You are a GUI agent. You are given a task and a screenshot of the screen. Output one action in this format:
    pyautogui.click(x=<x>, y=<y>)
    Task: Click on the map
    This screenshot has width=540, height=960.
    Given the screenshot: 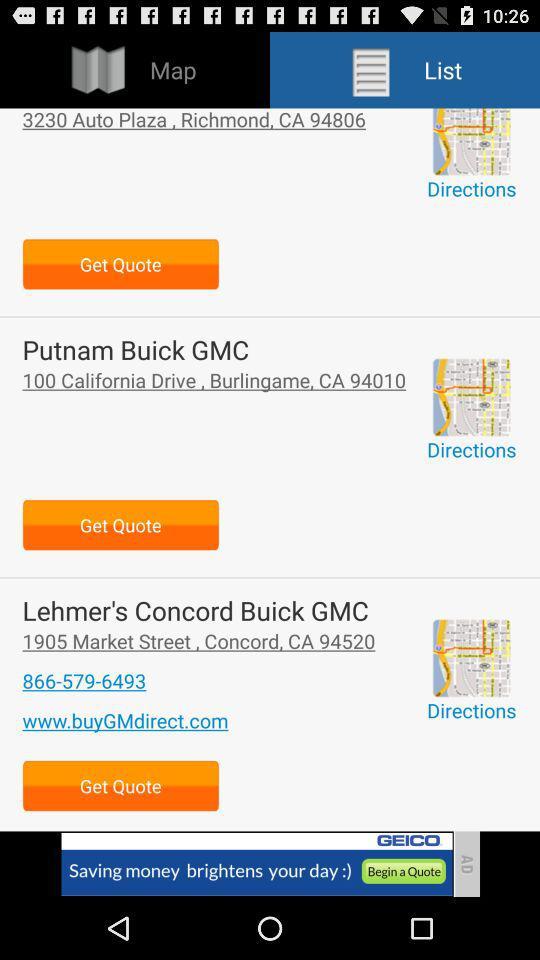 What is the action you would take?
    pyautogui.click(x=471, y=396)
    